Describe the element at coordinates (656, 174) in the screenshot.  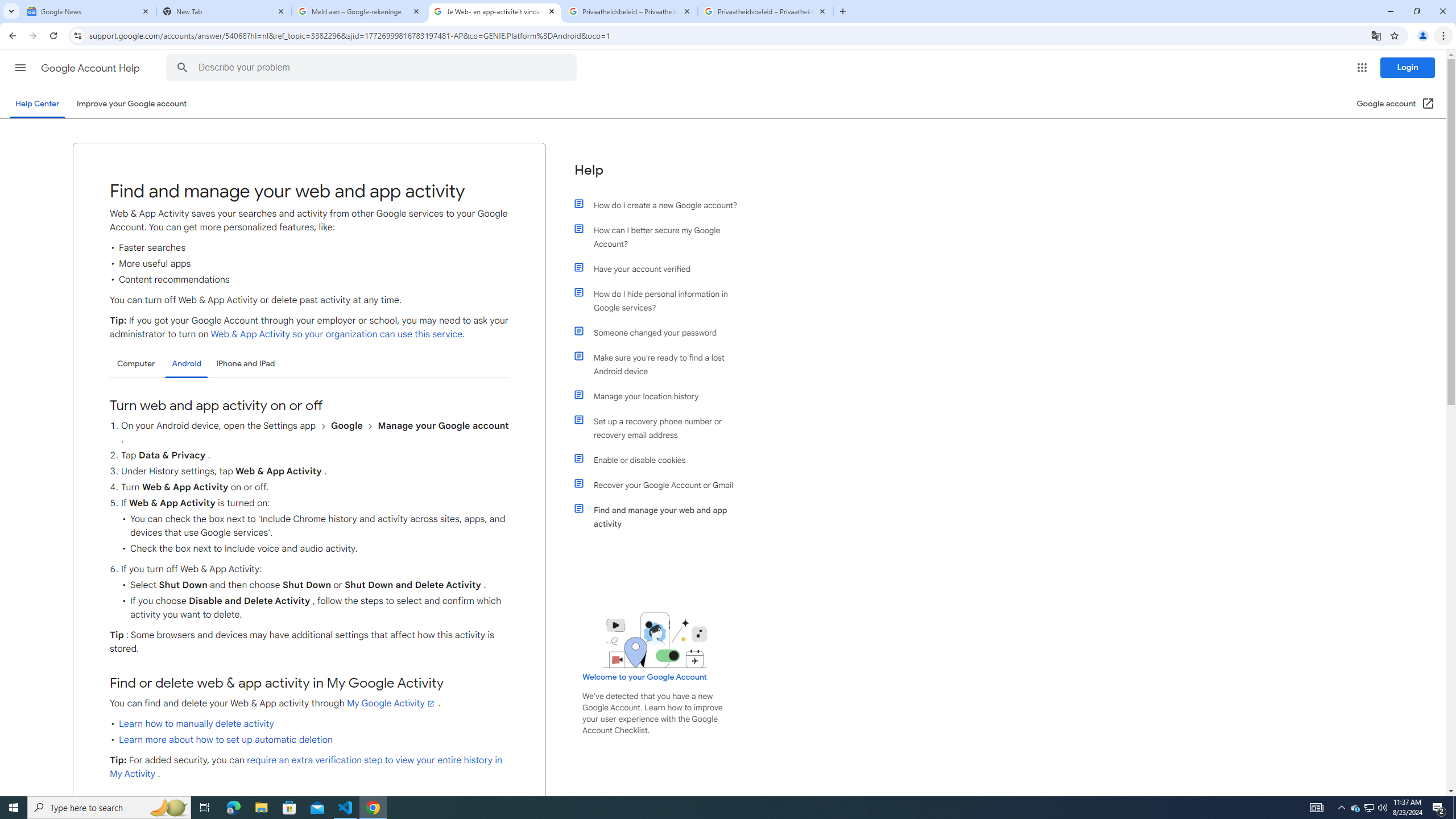
I see `'Help'` at that location.